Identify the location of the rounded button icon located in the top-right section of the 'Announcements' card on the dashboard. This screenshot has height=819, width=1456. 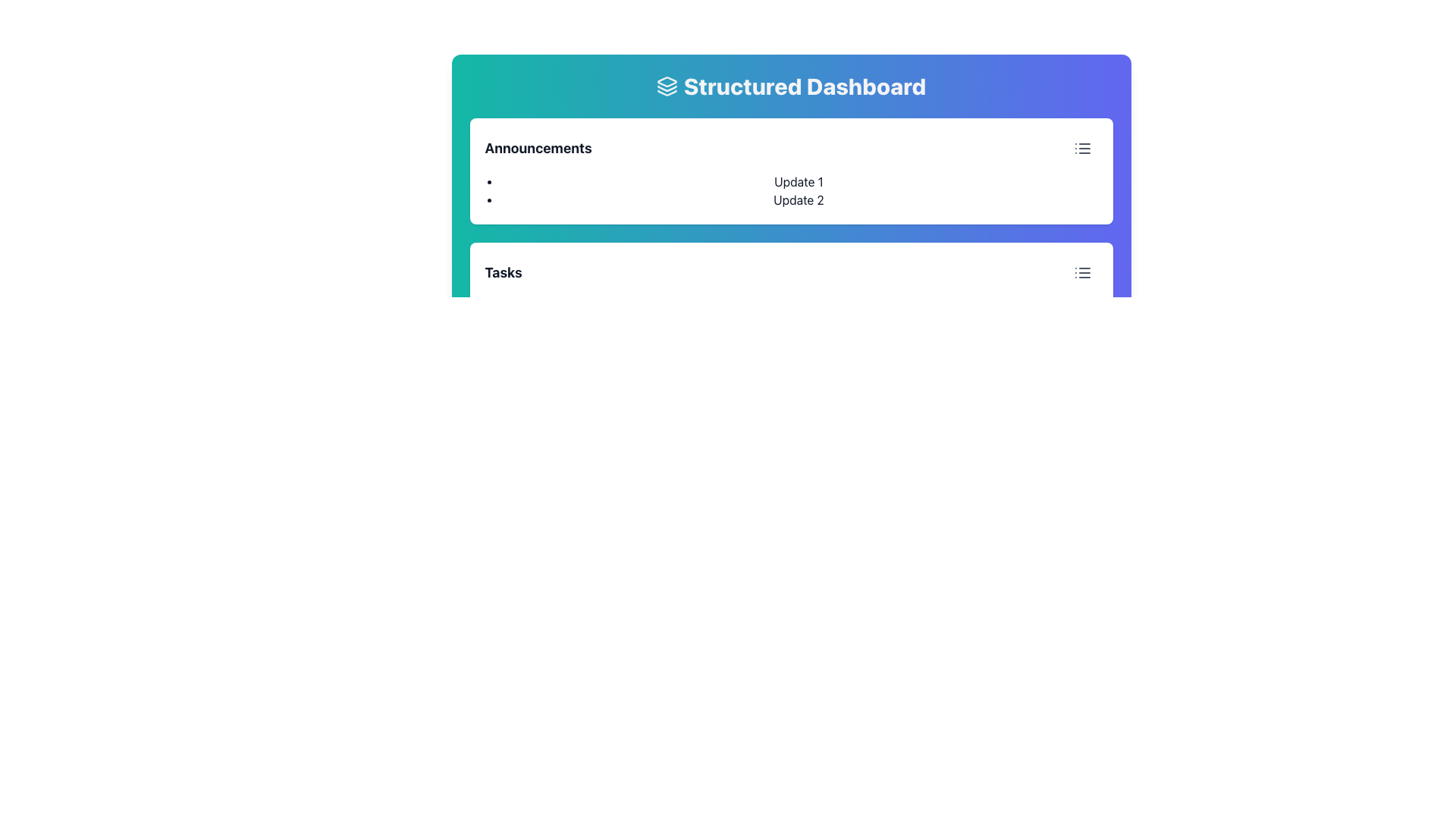
(1081, 271).